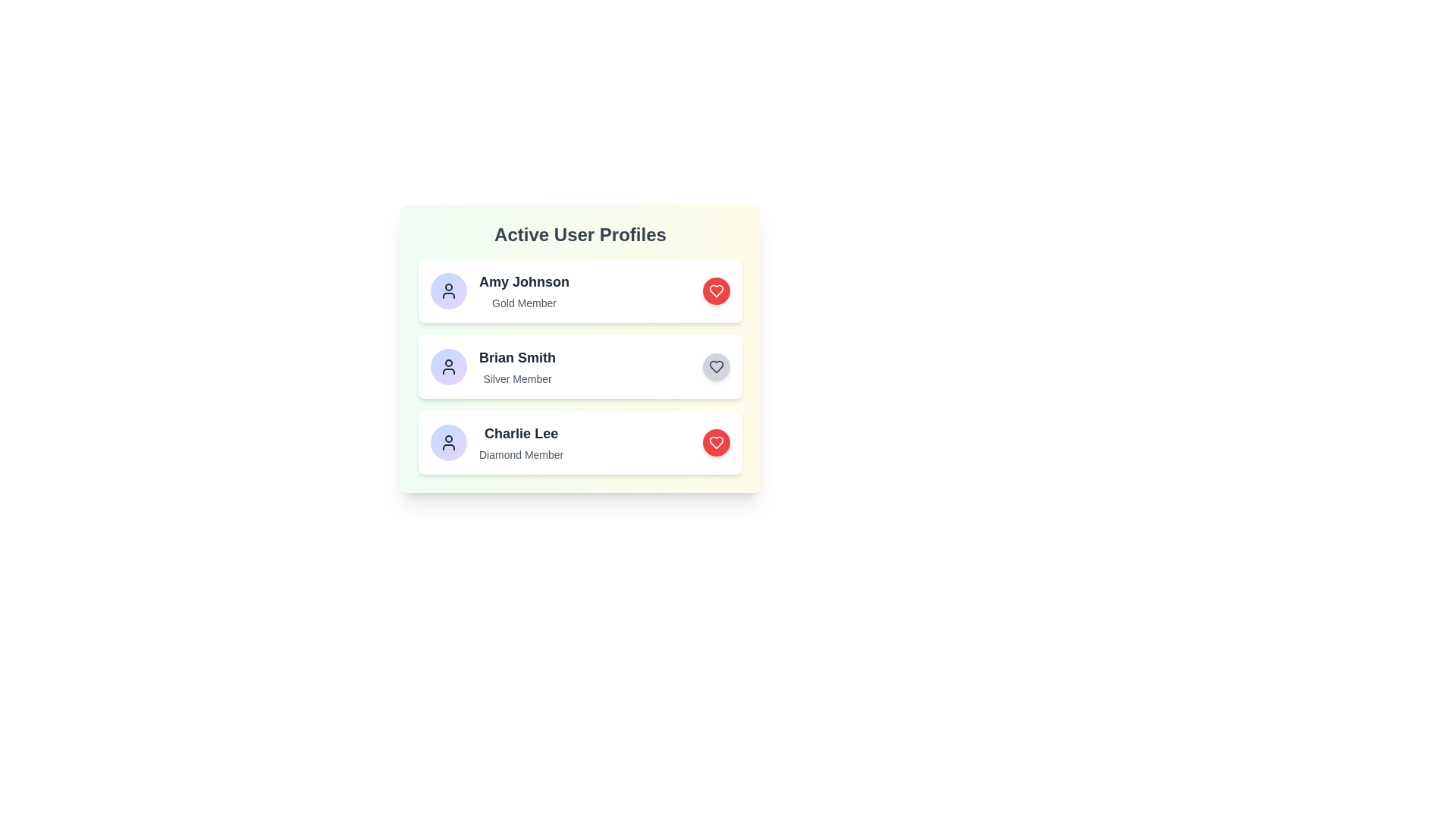  I want to click on the Decorative user icon placeholder representing user 'Amy Johnson', located at the beginning of the first row in the user information component, so click(447, 291).